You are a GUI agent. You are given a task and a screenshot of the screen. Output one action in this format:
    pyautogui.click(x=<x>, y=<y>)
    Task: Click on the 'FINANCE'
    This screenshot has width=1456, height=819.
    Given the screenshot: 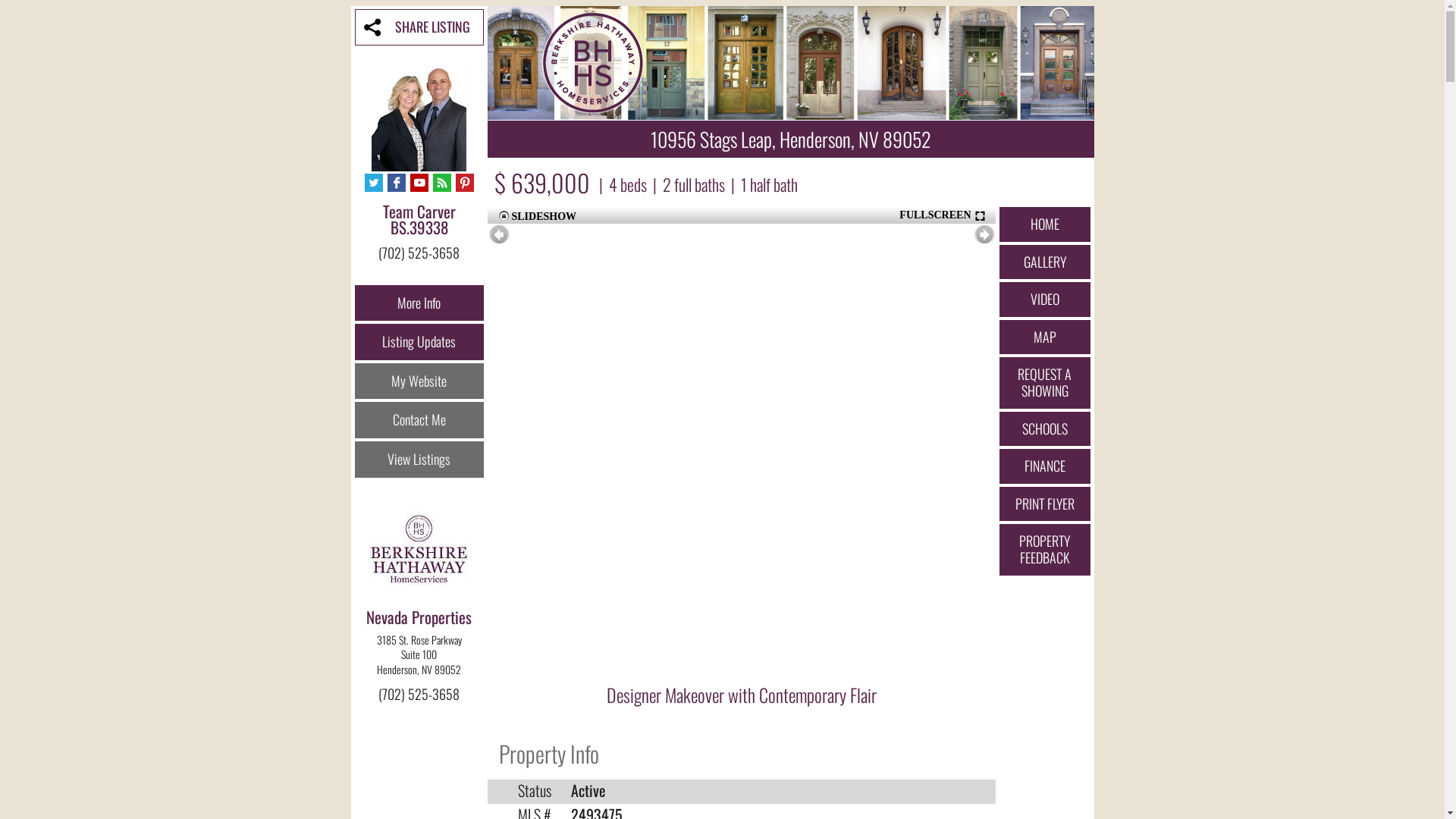 What is the action you would take?
    pyautogui.click(x=1043, y=465)
    